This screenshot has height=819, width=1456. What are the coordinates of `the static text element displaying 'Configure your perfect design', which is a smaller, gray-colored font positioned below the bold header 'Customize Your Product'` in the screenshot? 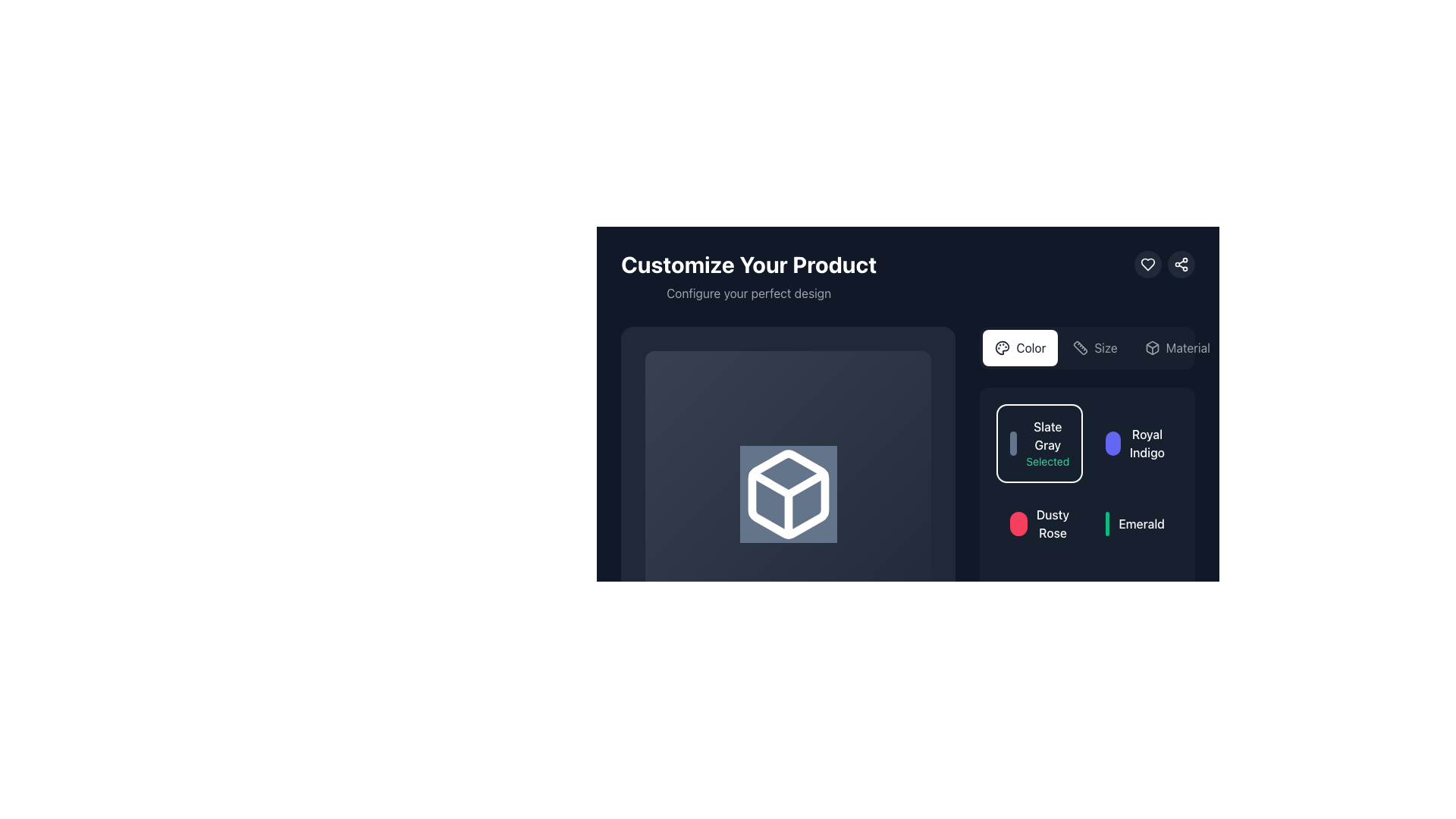 It's located at (748, 293).